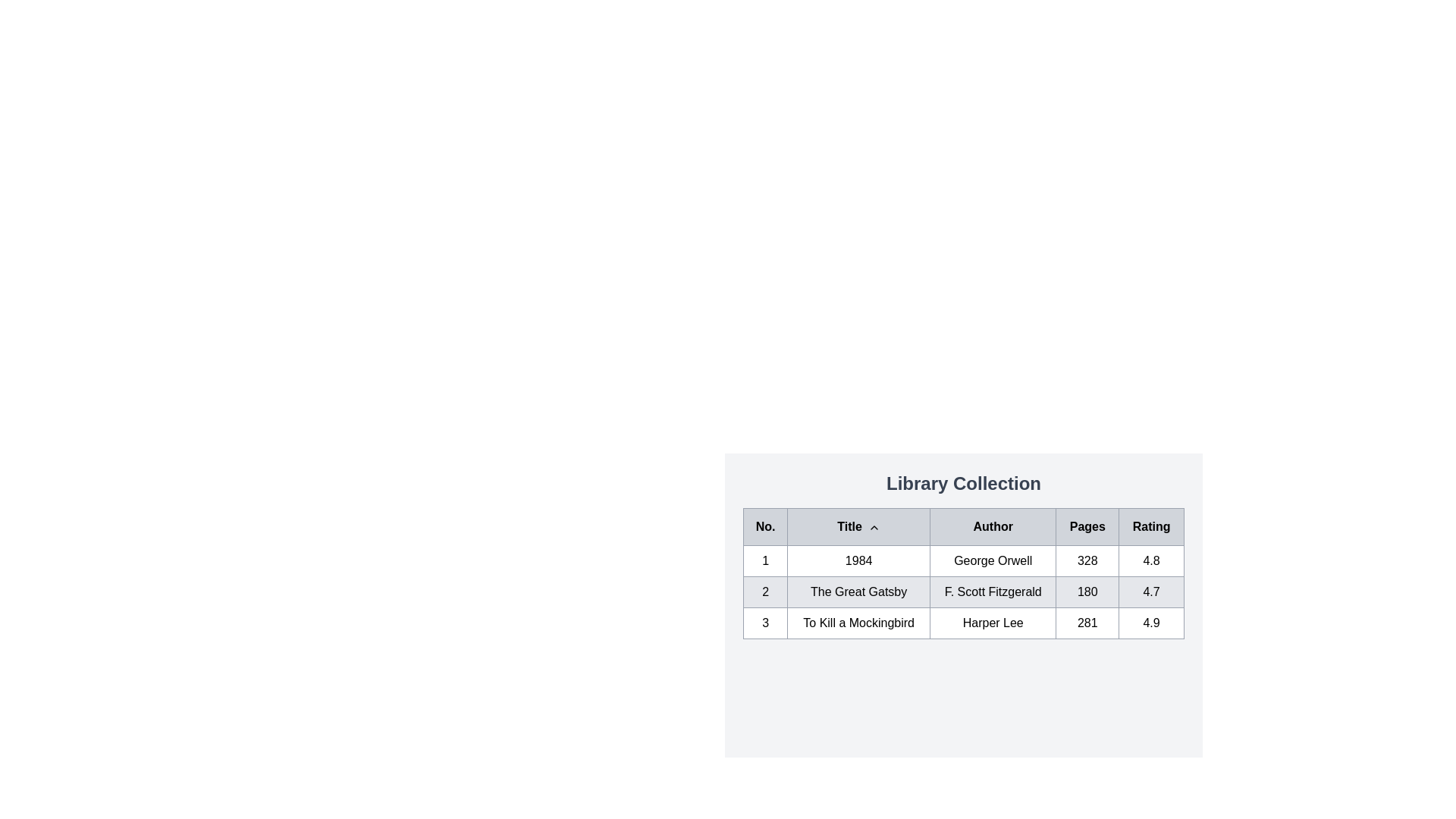 This screenshot has width=1456, height=819. I want to click on information presented in the third row of the table, which contains details about a book, including its title, author, number of pages, and rating, so click(963, 623).